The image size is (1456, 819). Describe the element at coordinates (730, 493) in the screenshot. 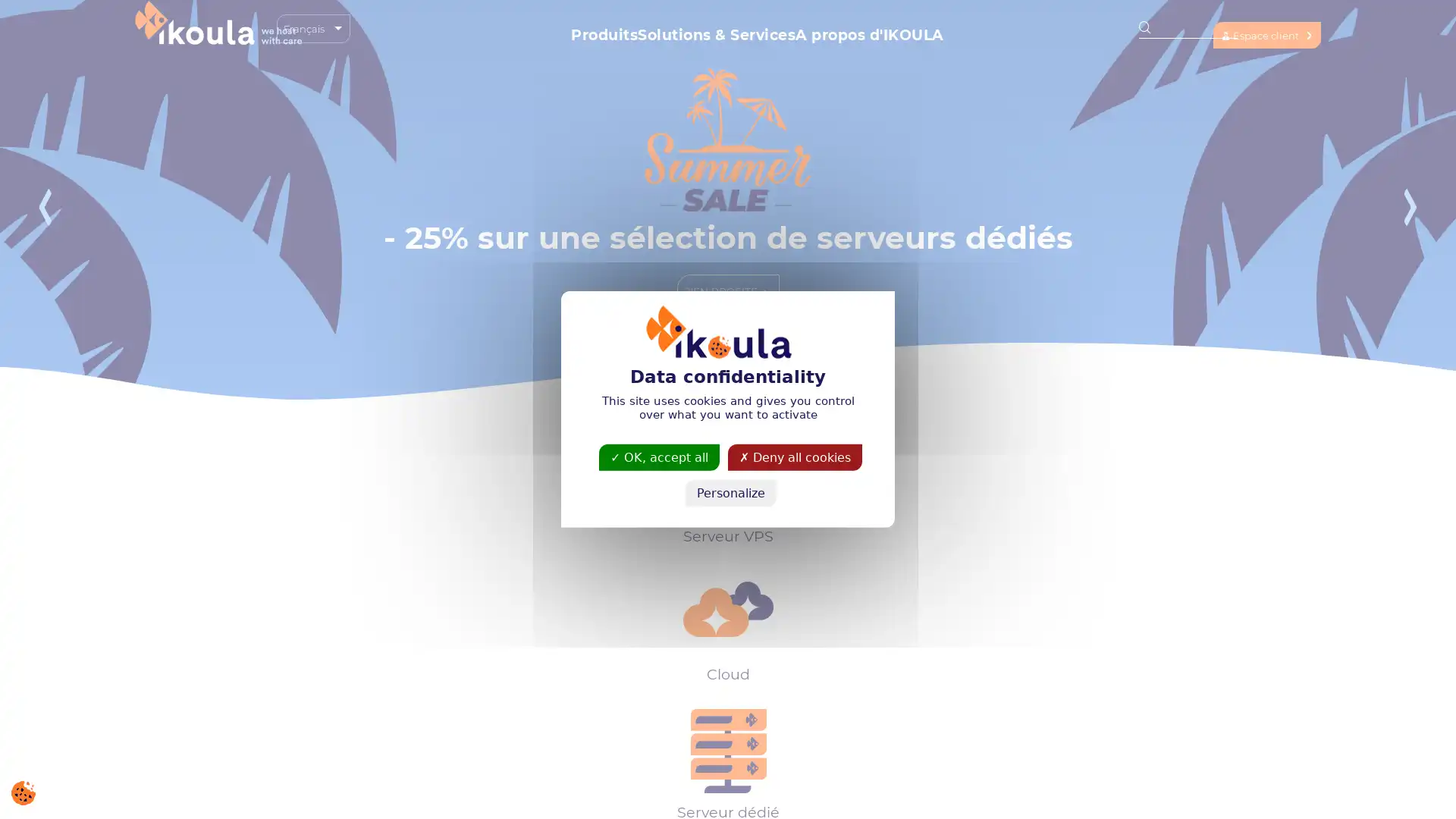

I see `Personalize` at that location.